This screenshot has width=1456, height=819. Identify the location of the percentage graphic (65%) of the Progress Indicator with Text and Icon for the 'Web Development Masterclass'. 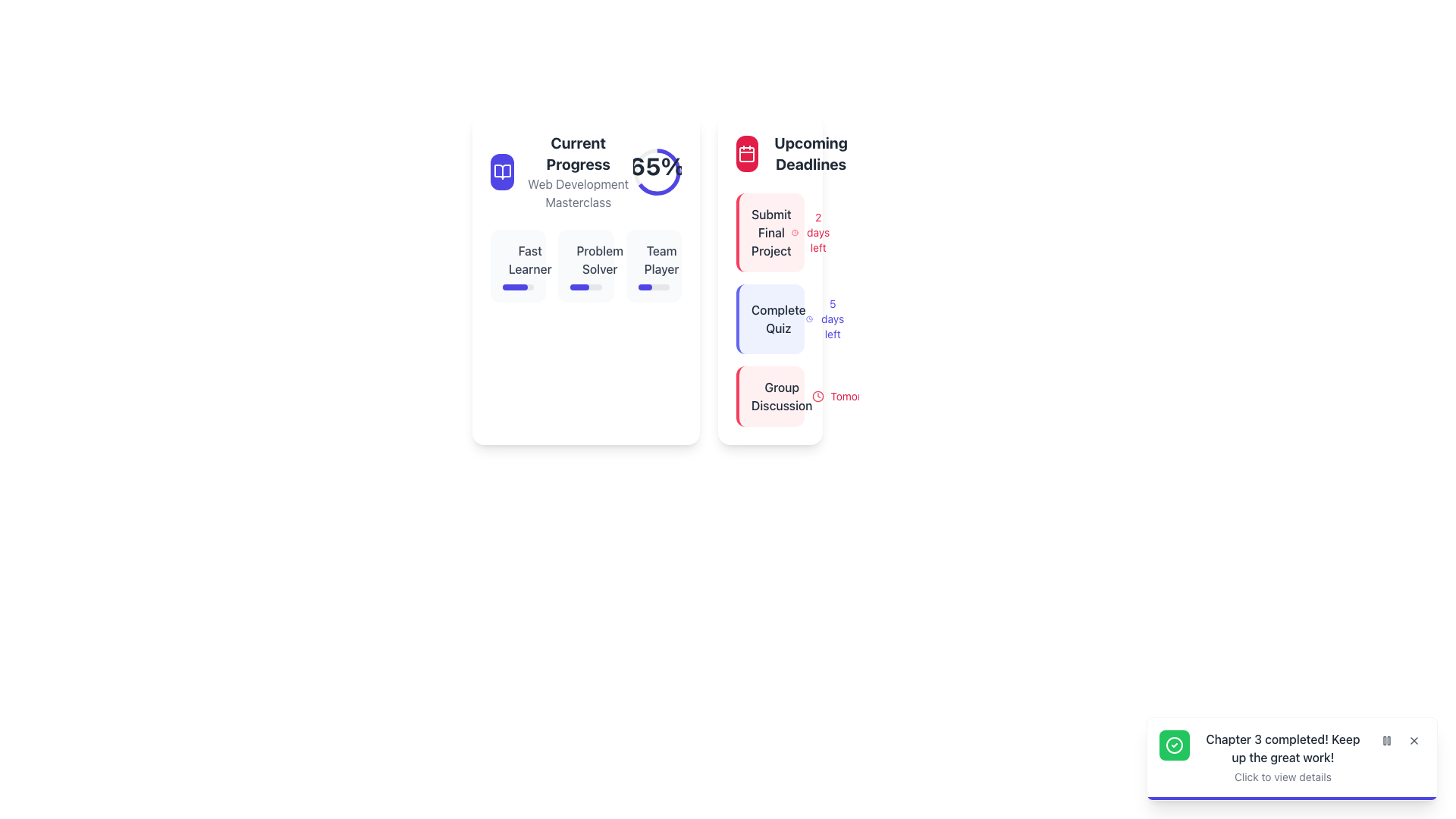
(585, 171).